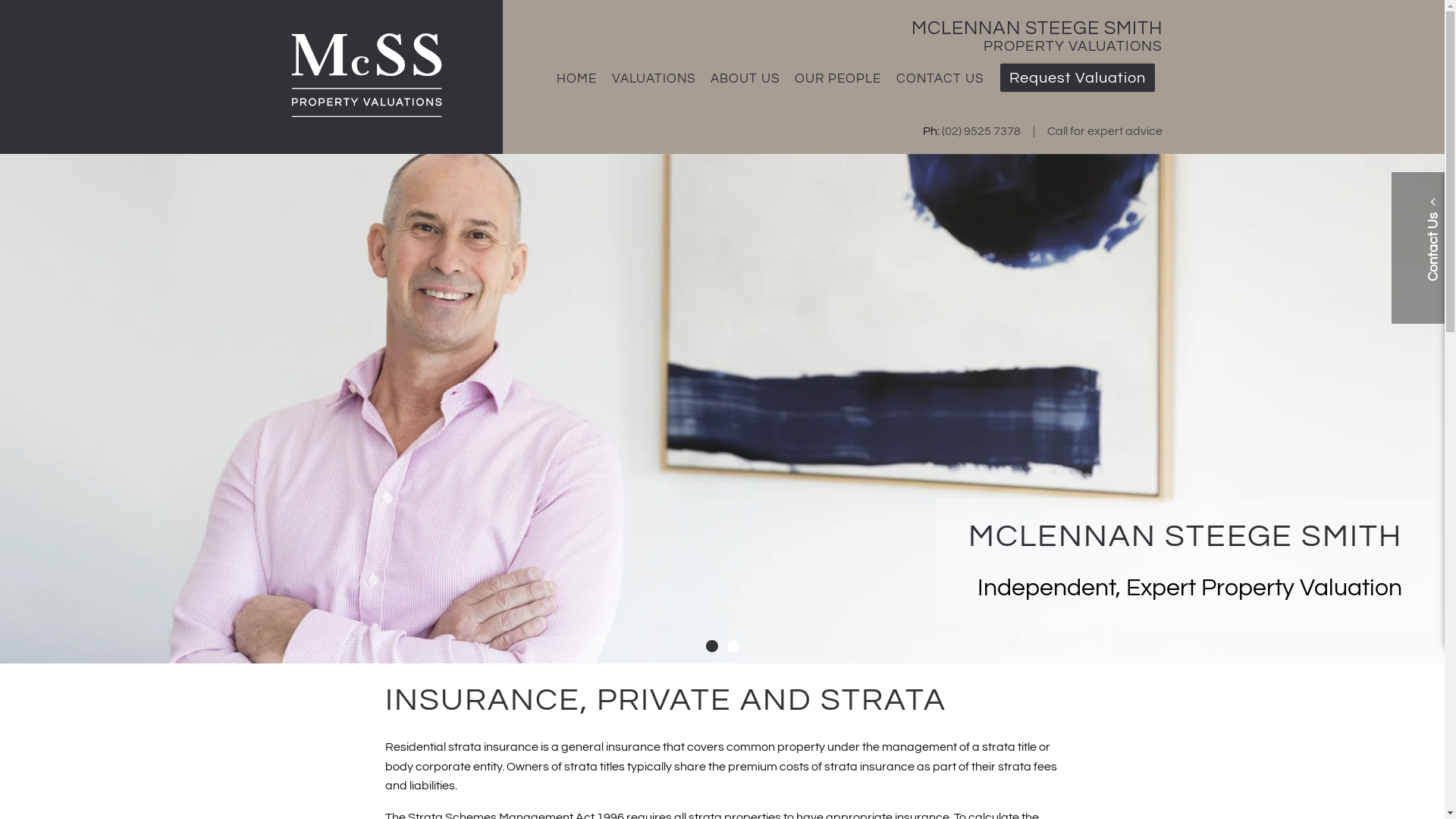 This screenshot has width=1456, height=819. Describe the element at coordinates (549, 79) in the screenshot. I see `'HOME'` at that location.